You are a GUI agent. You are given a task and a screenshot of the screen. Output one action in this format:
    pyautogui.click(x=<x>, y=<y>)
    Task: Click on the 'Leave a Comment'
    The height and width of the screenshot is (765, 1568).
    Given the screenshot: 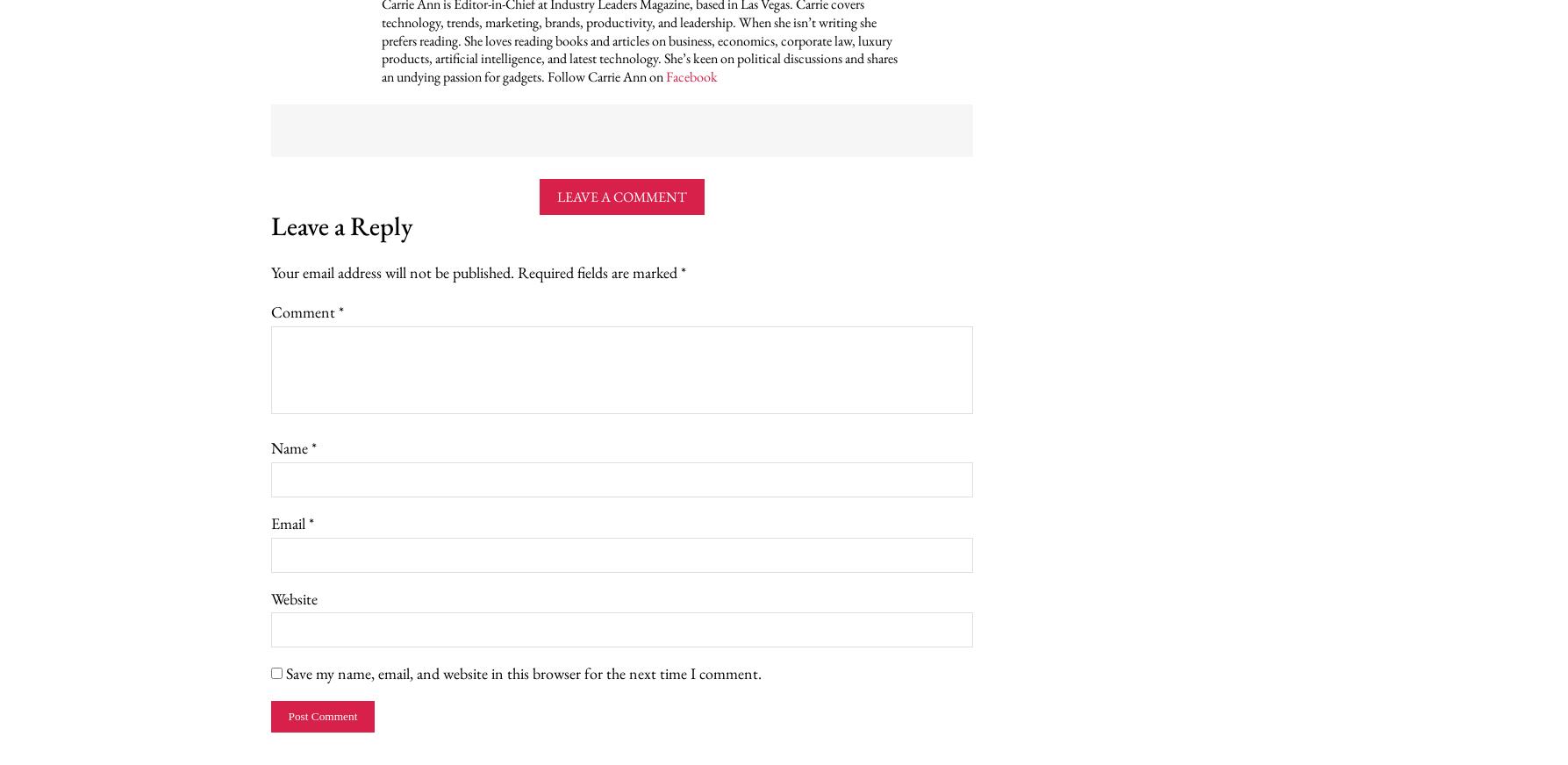 What is the action you would take?
    pyautogui.click(x=620, y=196)
    